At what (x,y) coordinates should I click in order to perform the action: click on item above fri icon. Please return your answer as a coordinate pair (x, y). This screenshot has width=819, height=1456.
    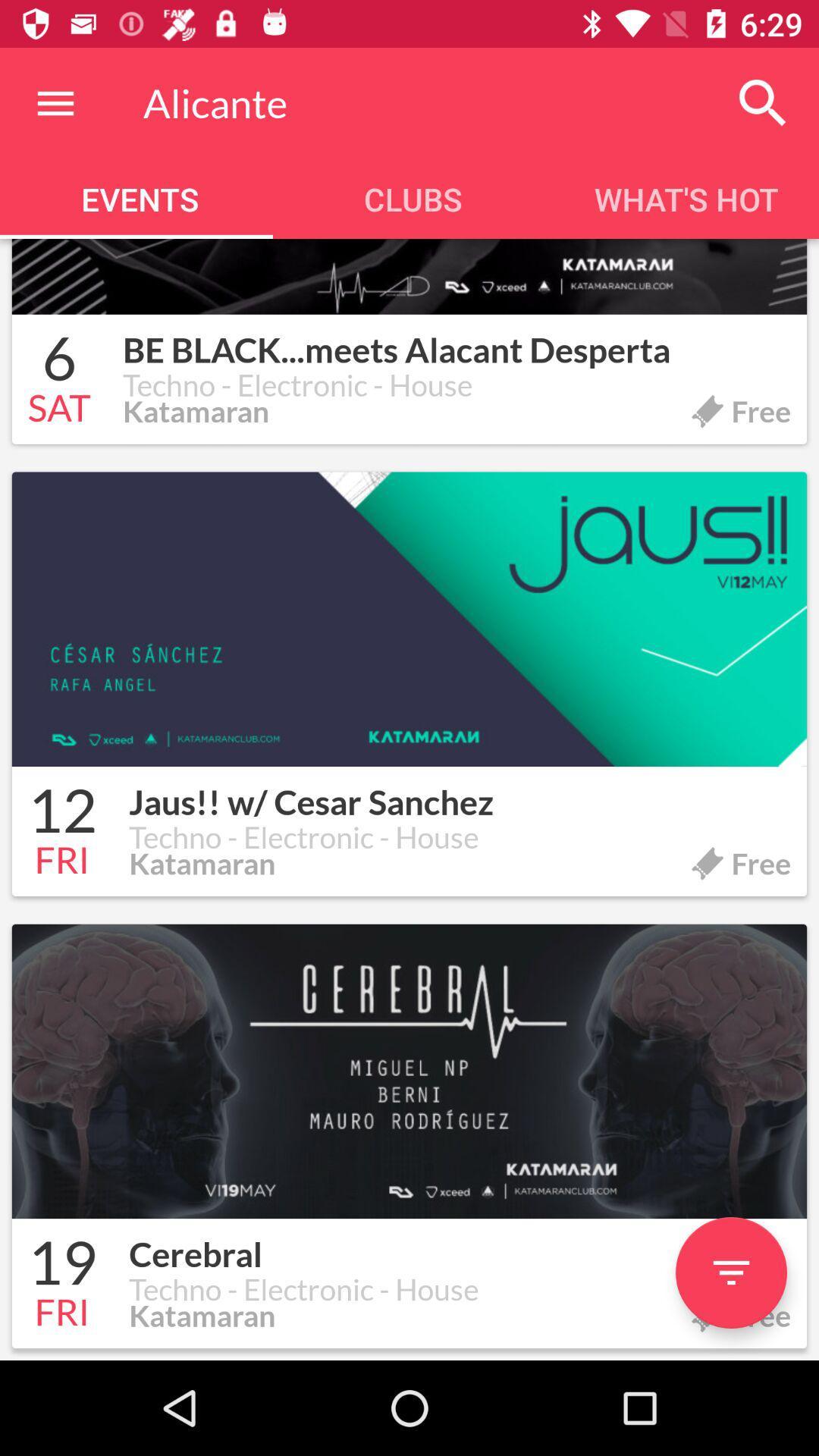
    Looking at the image, I should click on (61, 1265).